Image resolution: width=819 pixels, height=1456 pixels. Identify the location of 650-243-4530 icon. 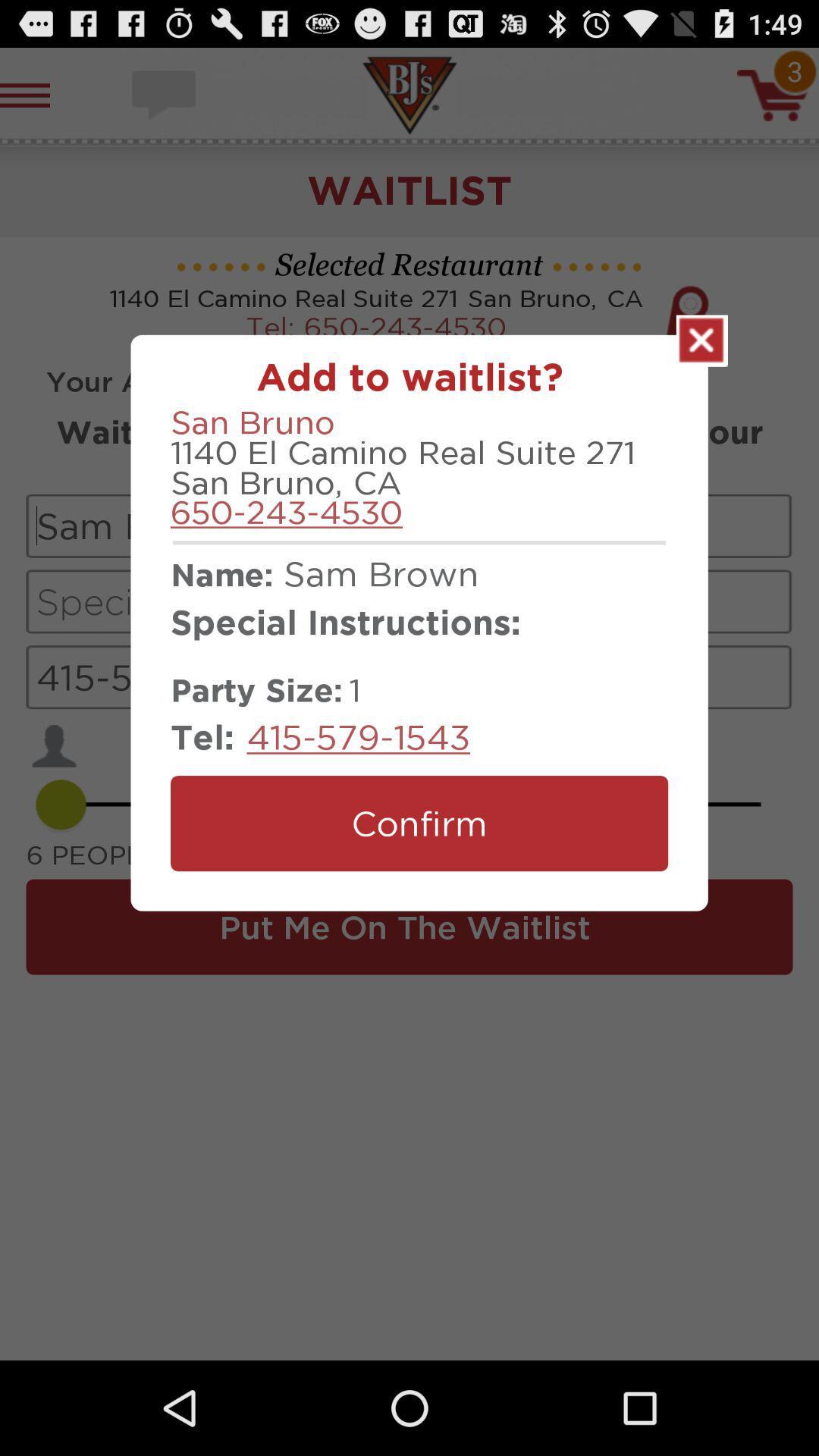
(287, 512).